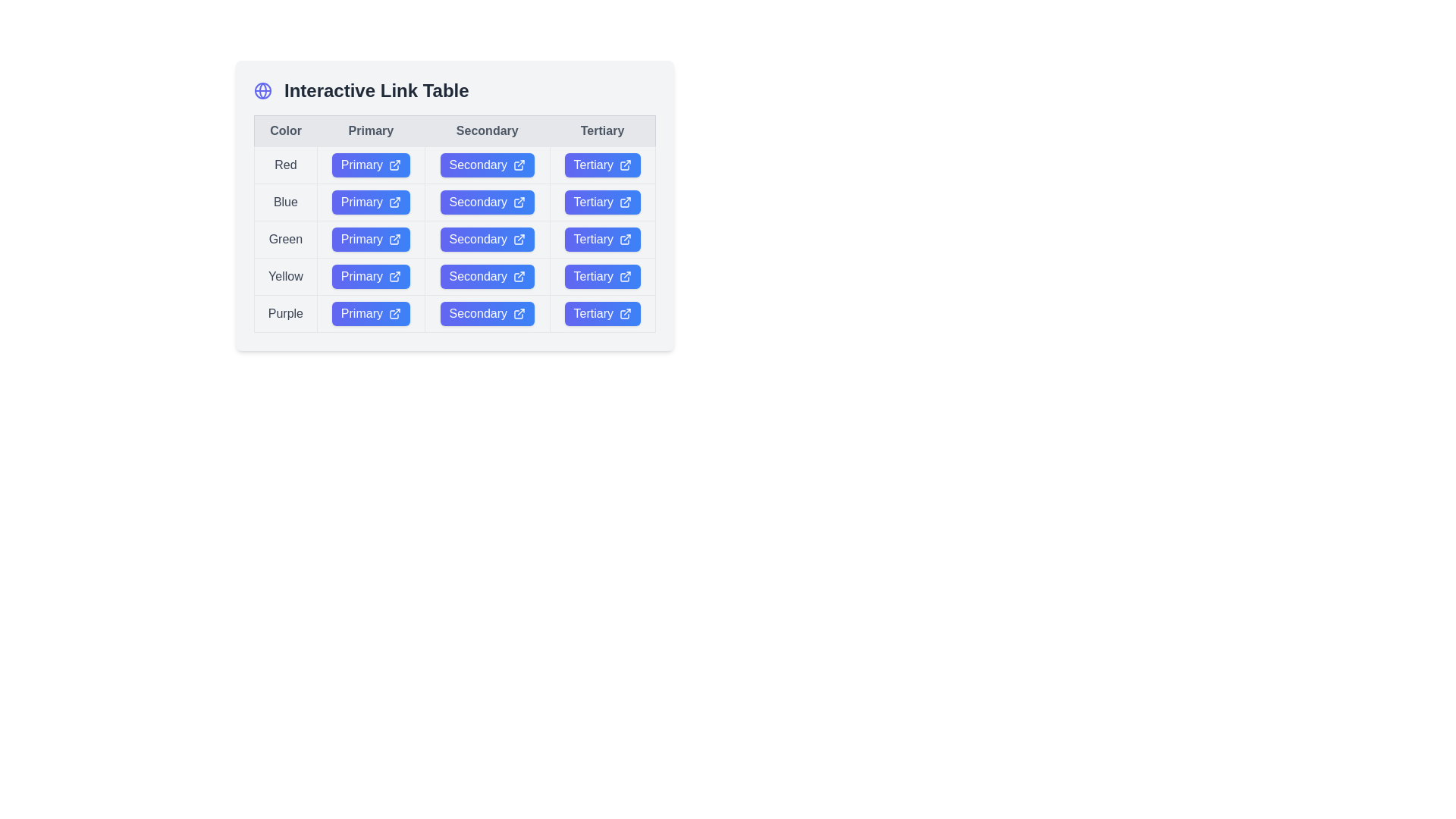 The height and width of the screenshot is (819, 1456). Describe the element at coordinates (487, 239) in the screenshot. I see `the 'Secondary' button in the 'Interactive Link Table' located in the third row and second column` at that location.